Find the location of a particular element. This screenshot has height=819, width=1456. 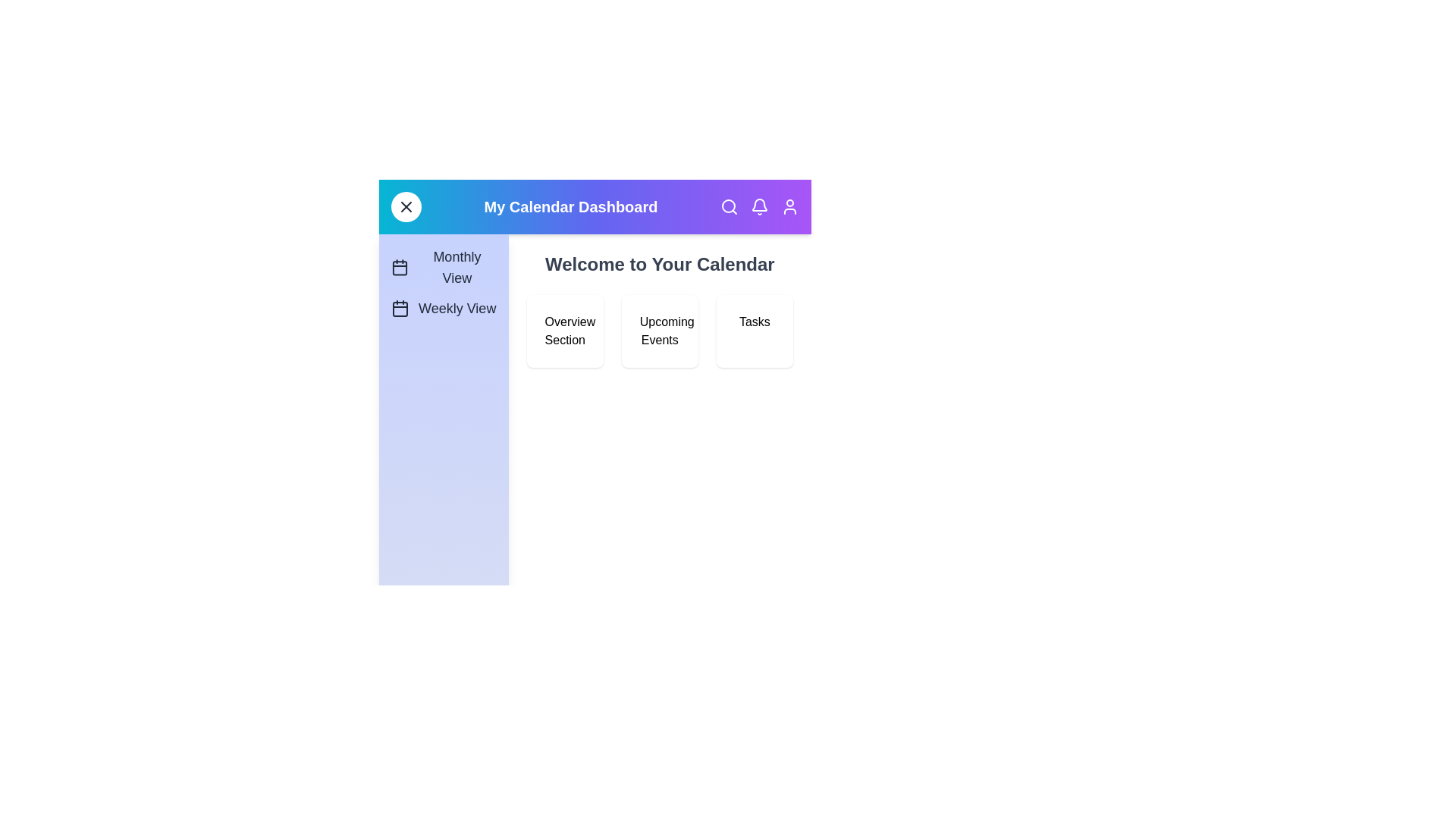

the white circular button with a dark gray 'X' icon located at the upper left of the purple-blue gradient navigation bar titled 'My Calendar Dashboard' is located at coordinates (406, 207).